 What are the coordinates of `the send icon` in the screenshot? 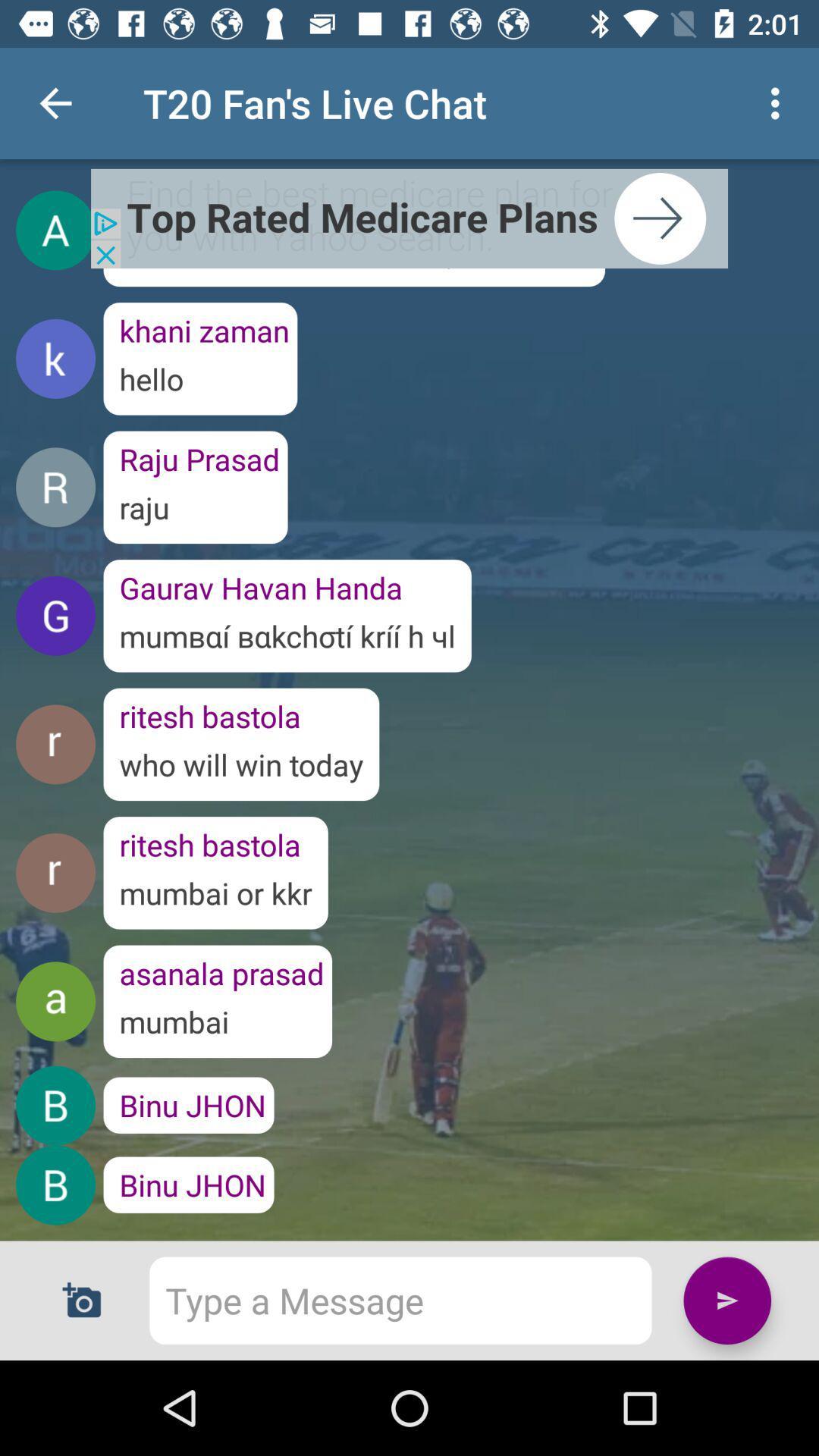 It's located at (726, 1300).